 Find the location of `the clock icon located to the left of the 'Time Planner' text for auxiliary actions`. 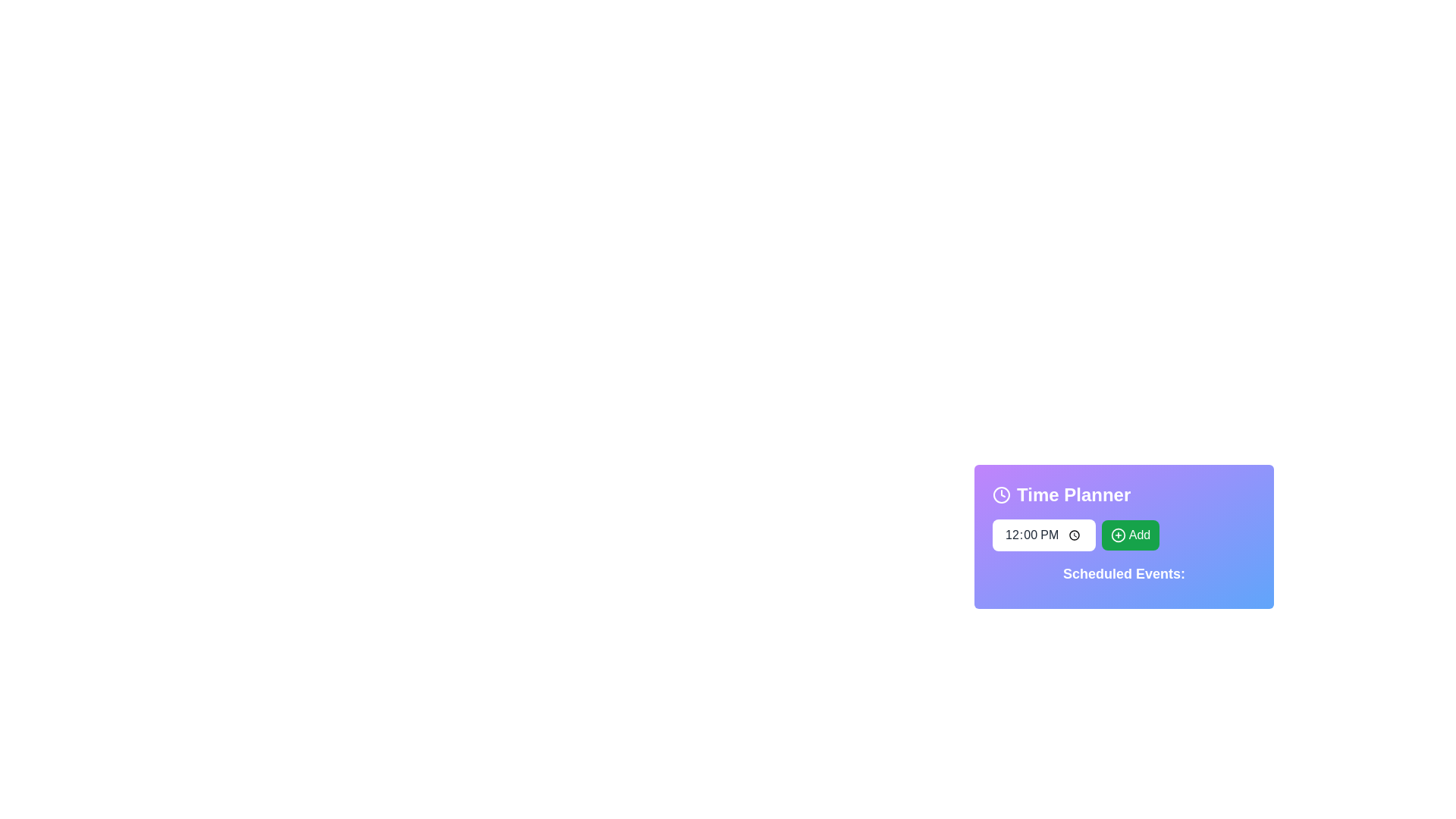

the clock icon located to the left of the 'Time Planner' text for auxiliary actions is located at coordinates (1001, 494).